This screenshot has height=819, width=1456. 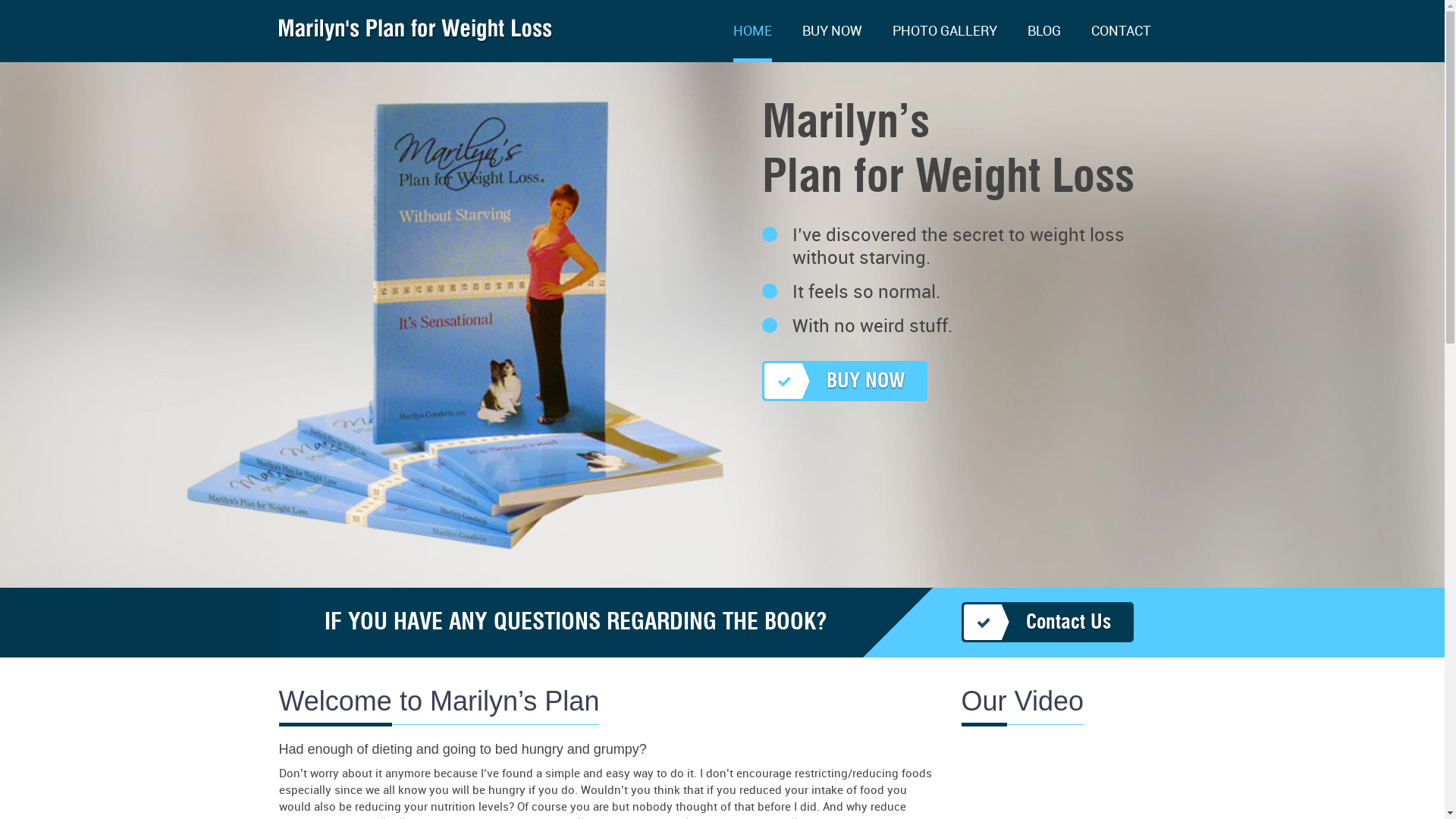 What do you see at coordinates (1090, 42) in the screenshot?
I see `'CONTACT'` at bounding box center [1090, 42].